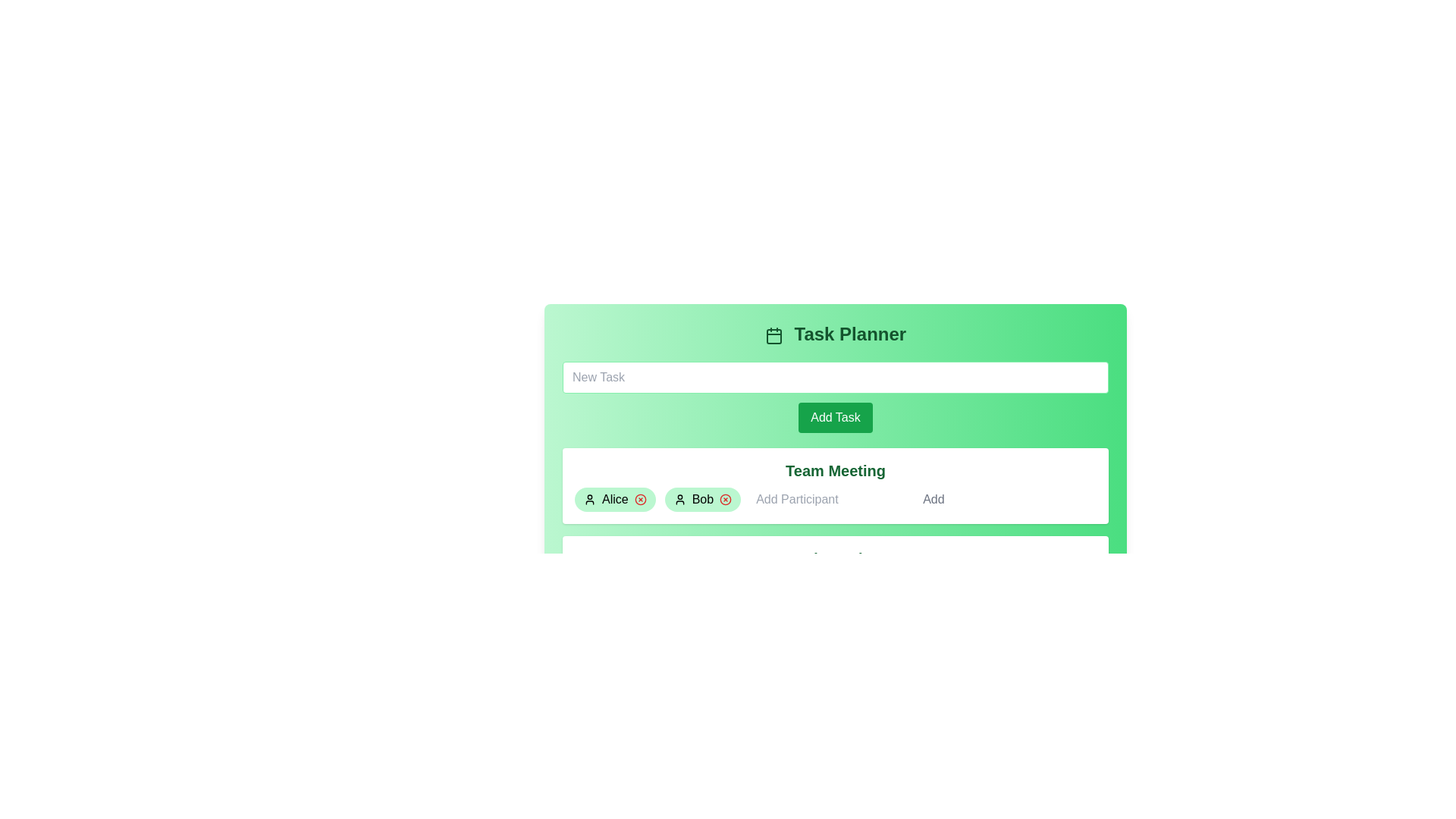  Describe the element at coordinates (640, 500) in the screenshot. I see `the removal icon next to the user 'Alice' in the participant list of the 'Team Meeting' section` at that location.